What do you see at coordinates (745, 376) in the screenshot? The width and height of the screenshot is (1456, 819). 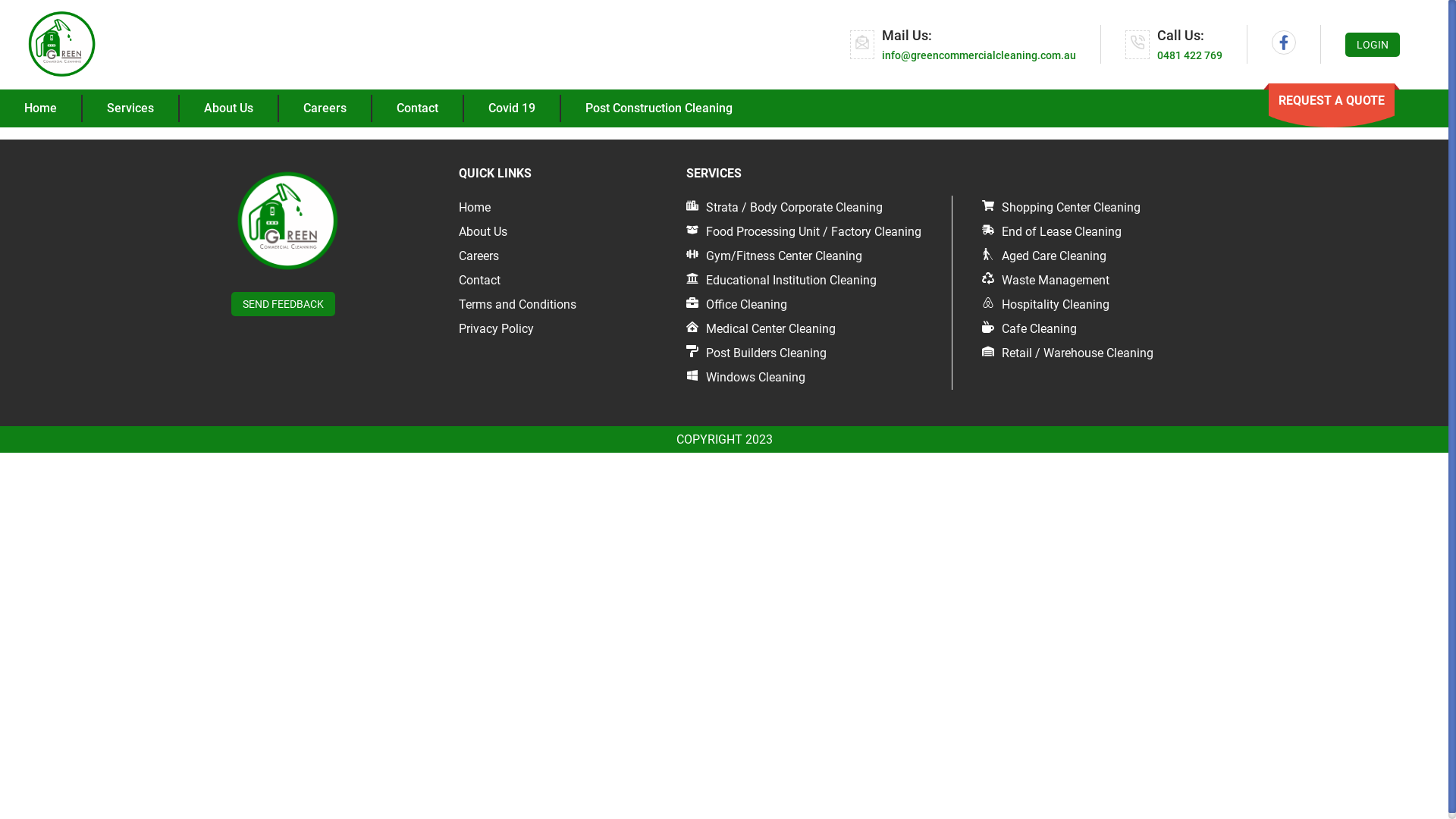 I see `'Windows Cleaning'` at bounding box center [745, 376].